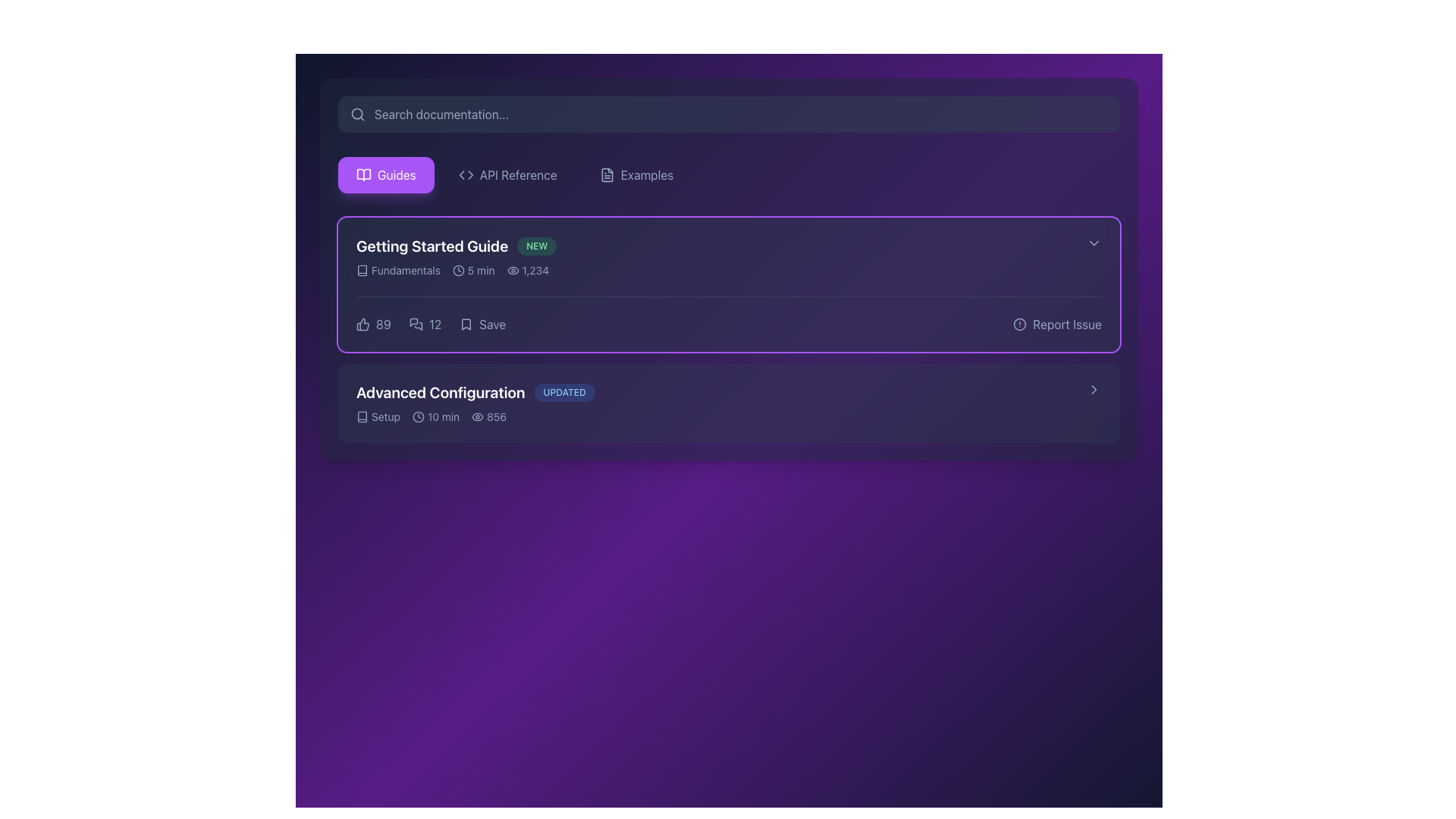 The height and width of the screenshot is (819, 1456). What do you see at coordinates (1094, 242) in the screenshot?
I see `the right-chevron icon styled in light gray located at the far-right edge of the 'Getting Started Guide' title bar` at bounding box center [1094, 242].